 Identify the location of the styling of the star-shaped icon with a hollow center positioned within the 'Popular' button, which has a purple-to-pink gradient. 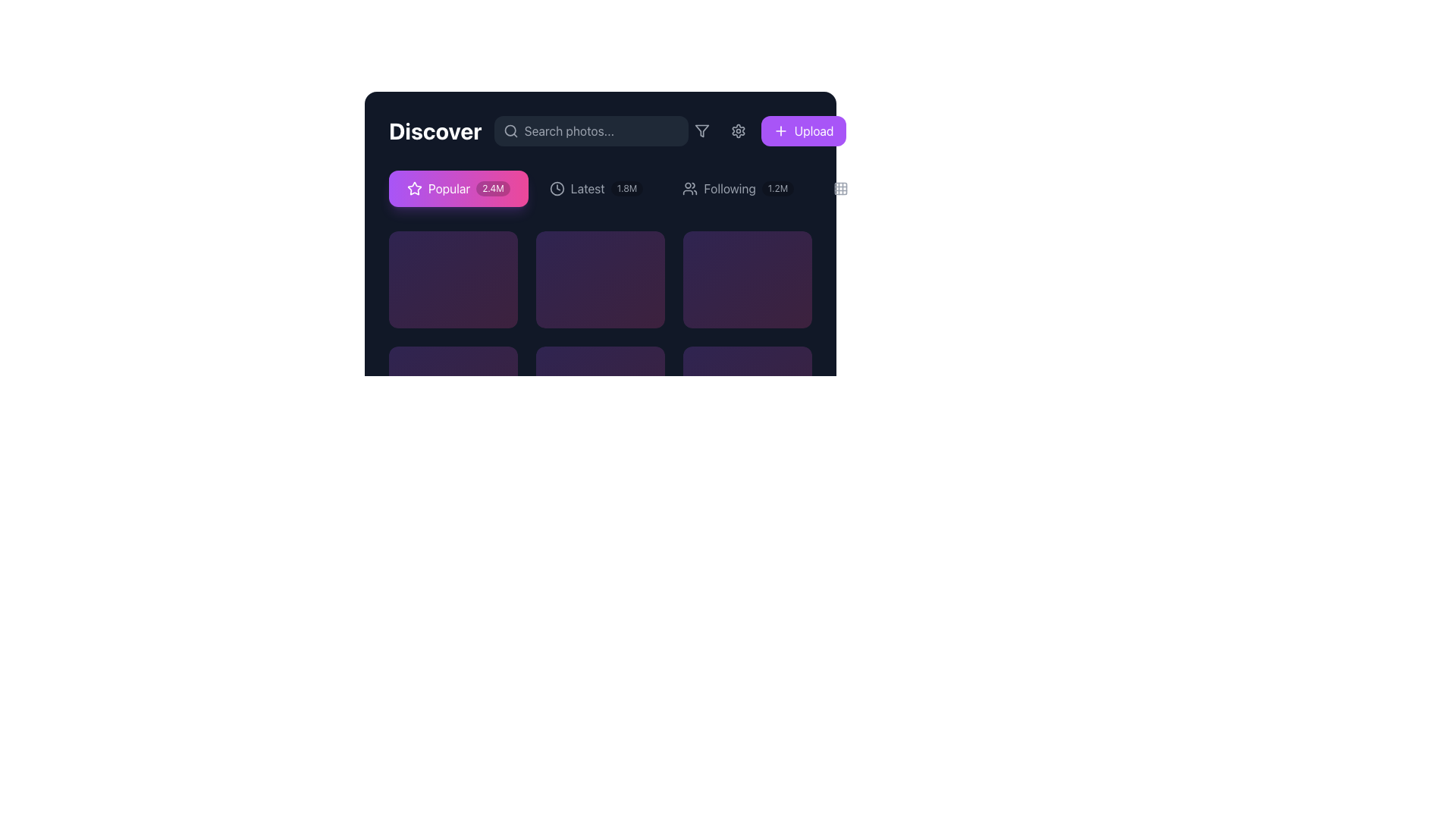
(415, 188).